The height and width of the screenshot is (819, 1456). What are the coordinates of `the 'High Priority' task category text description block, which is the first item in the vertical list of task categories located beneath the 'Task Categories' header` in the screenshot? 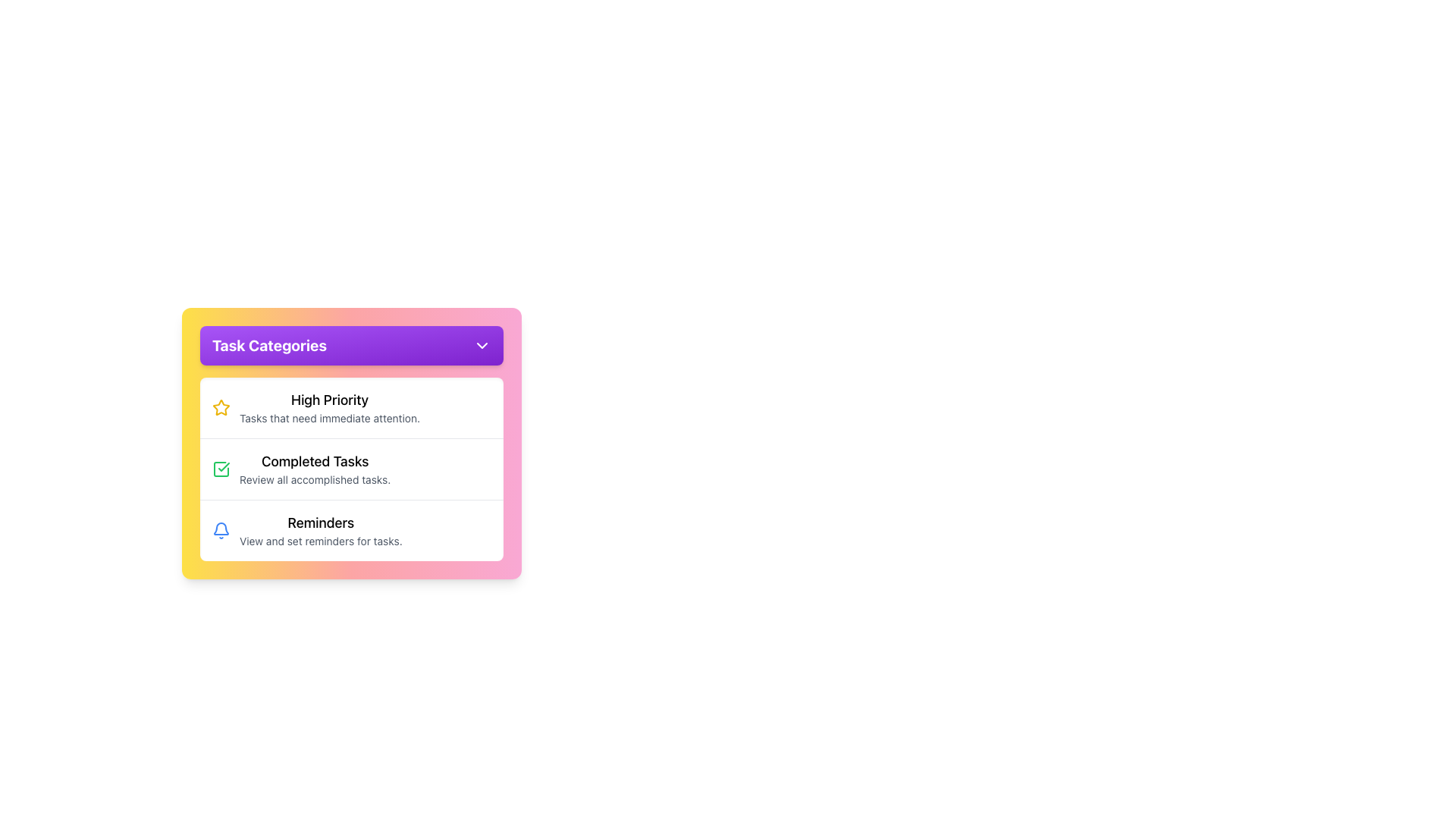 It's located at (329, 406).